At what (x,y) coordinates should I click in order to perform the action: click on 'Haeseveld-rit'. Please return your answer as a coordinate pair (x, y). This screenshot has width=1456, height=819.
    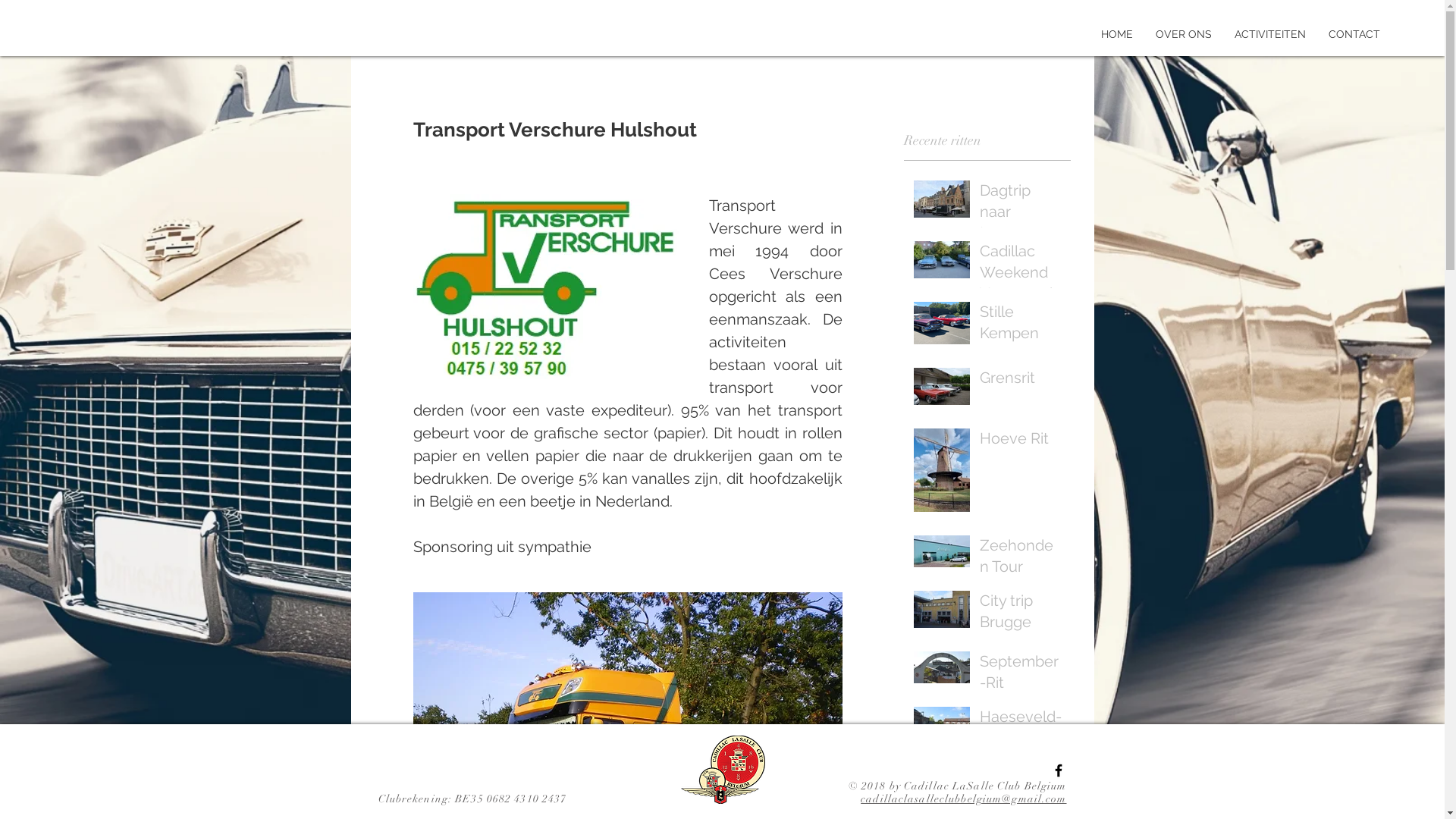
    Looking at the image, I should click on (1020, 730).